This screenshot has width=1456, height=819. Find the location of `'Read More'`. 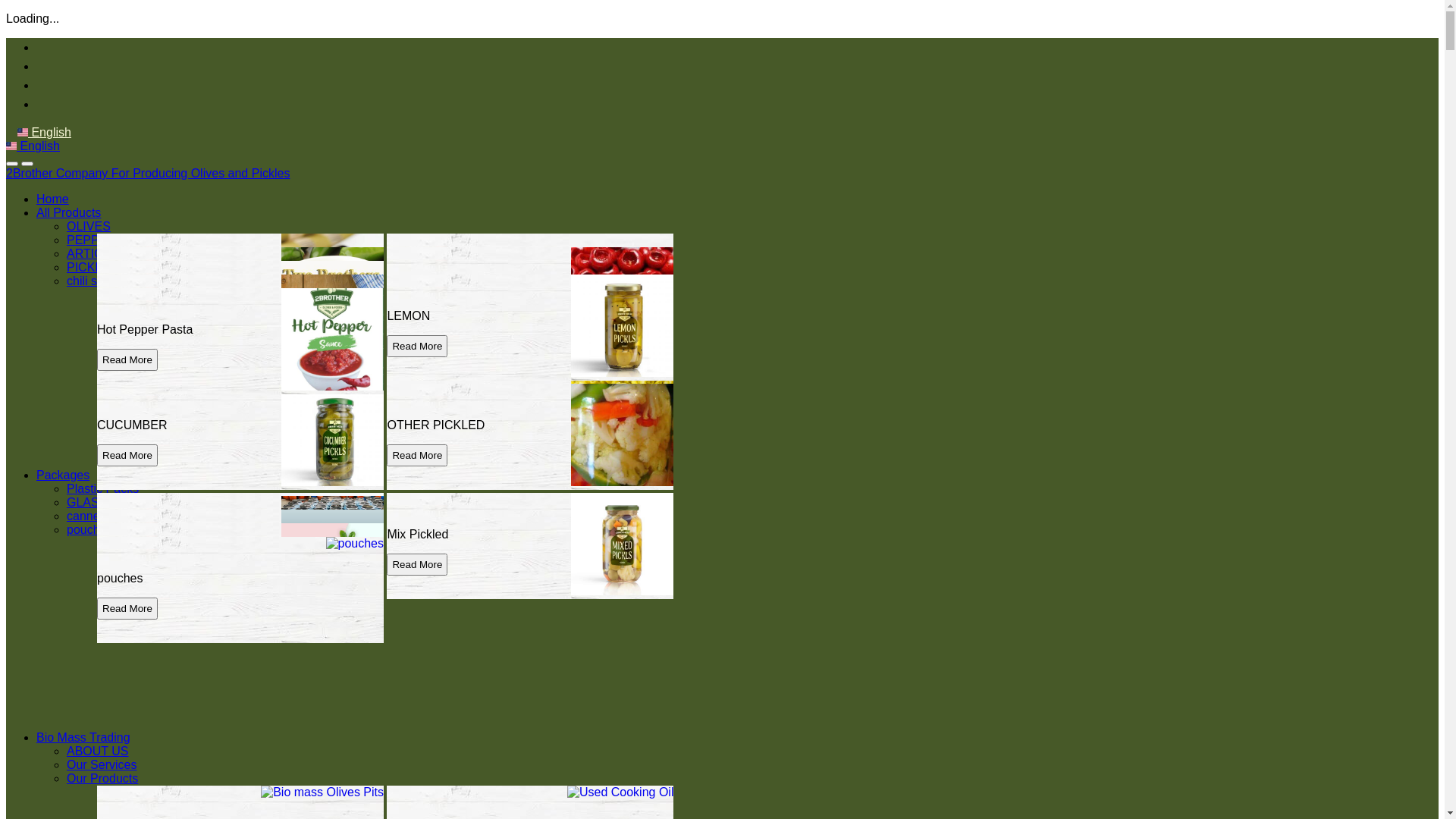

'Read More' is located at coordinates (127, 594).